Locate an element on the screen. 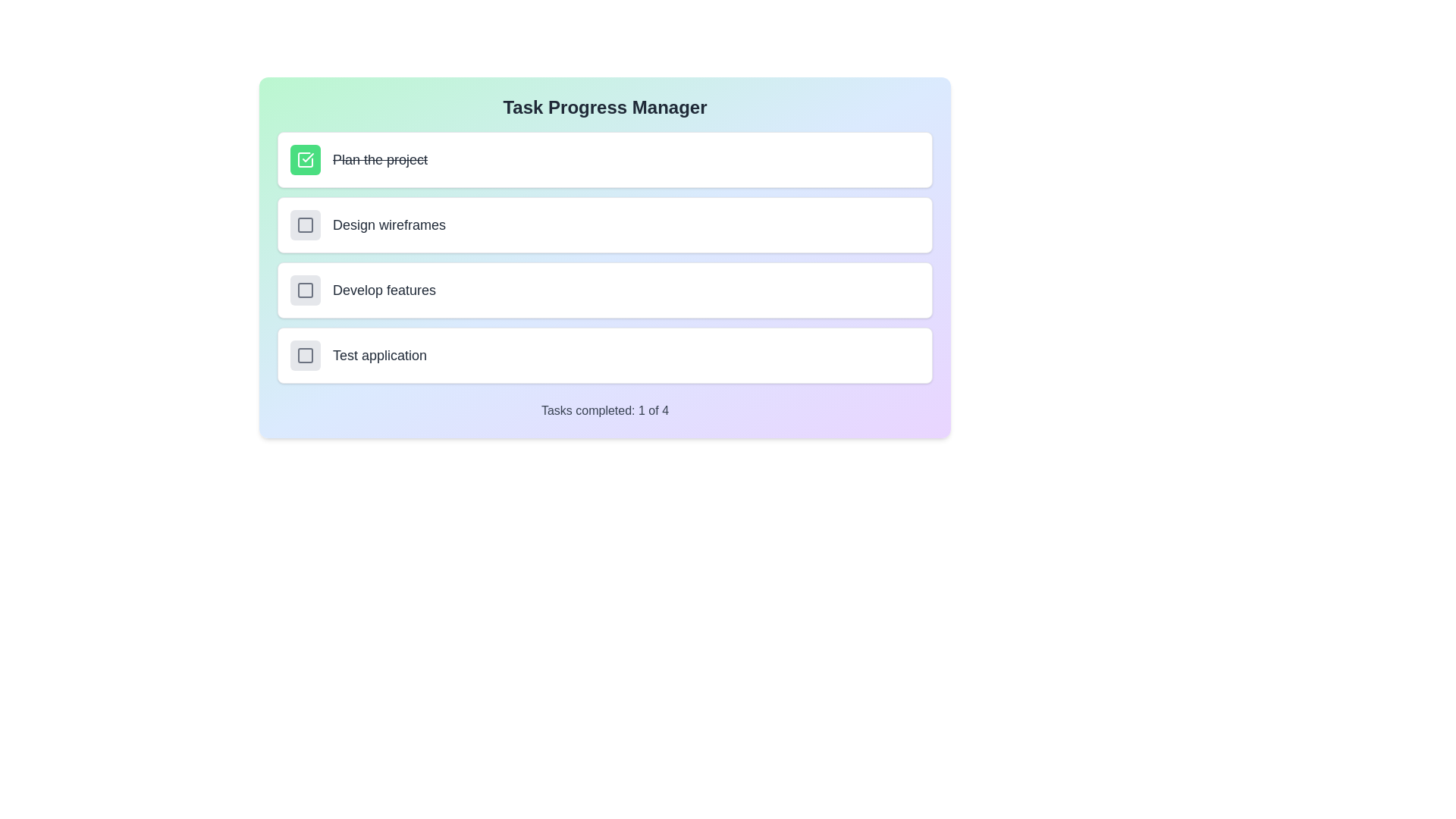 The image size is (1456, 819). the Checkbox or state indicator element located at the bottom section of the task list, adjacent to the 'Test application' text label is located at coordinates (305, 356).